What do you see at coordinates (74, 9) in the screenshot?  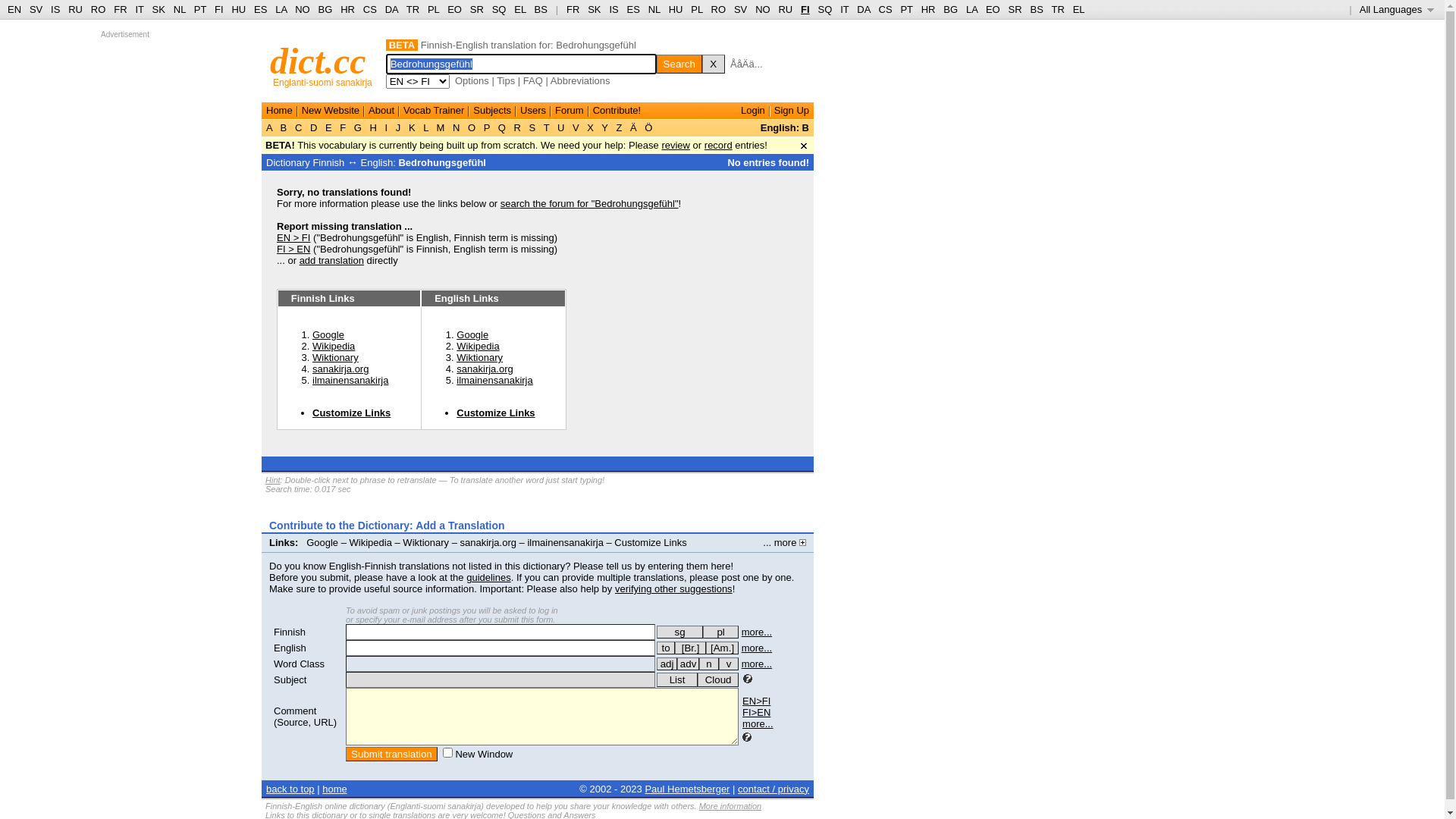 I see `'RU'` at bounding box center [74, 9].